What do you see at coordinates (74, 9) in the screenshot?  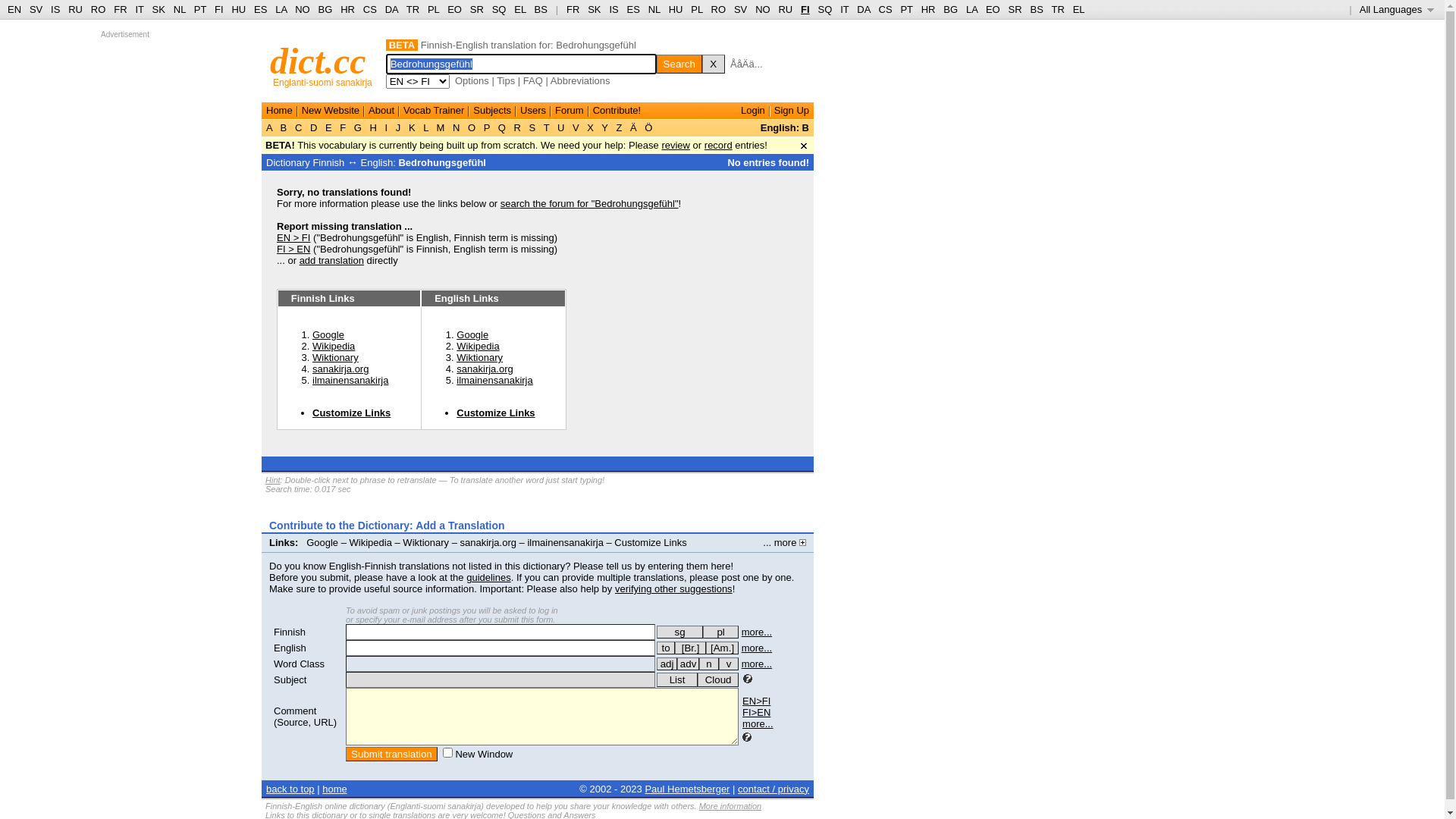 I see `'RU'` at bounding box center [74, 9].